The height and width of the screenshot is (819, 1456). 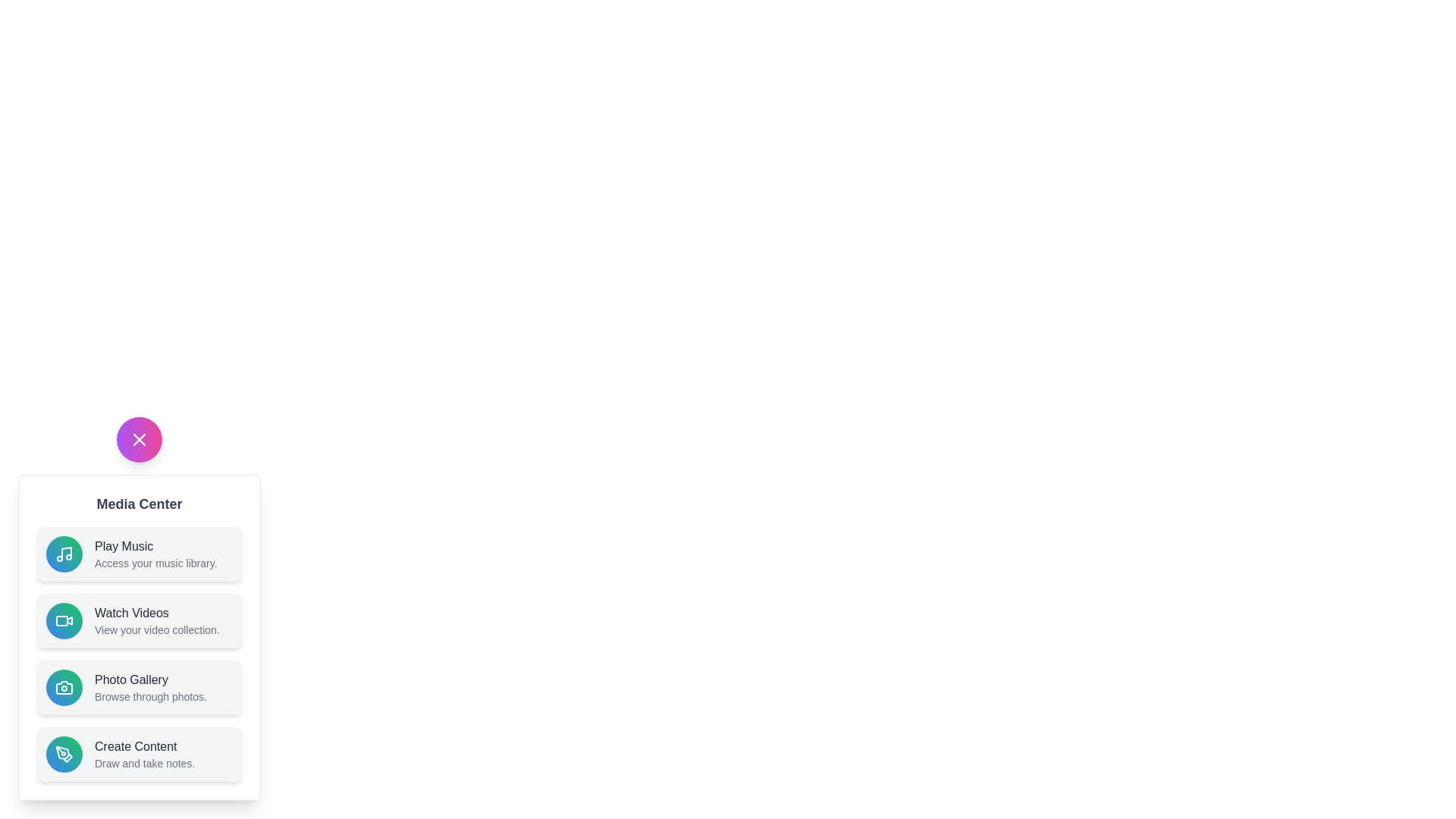 I want to click on the 'Watch Videos' button to view the video collection, so click(x=139, y=620).